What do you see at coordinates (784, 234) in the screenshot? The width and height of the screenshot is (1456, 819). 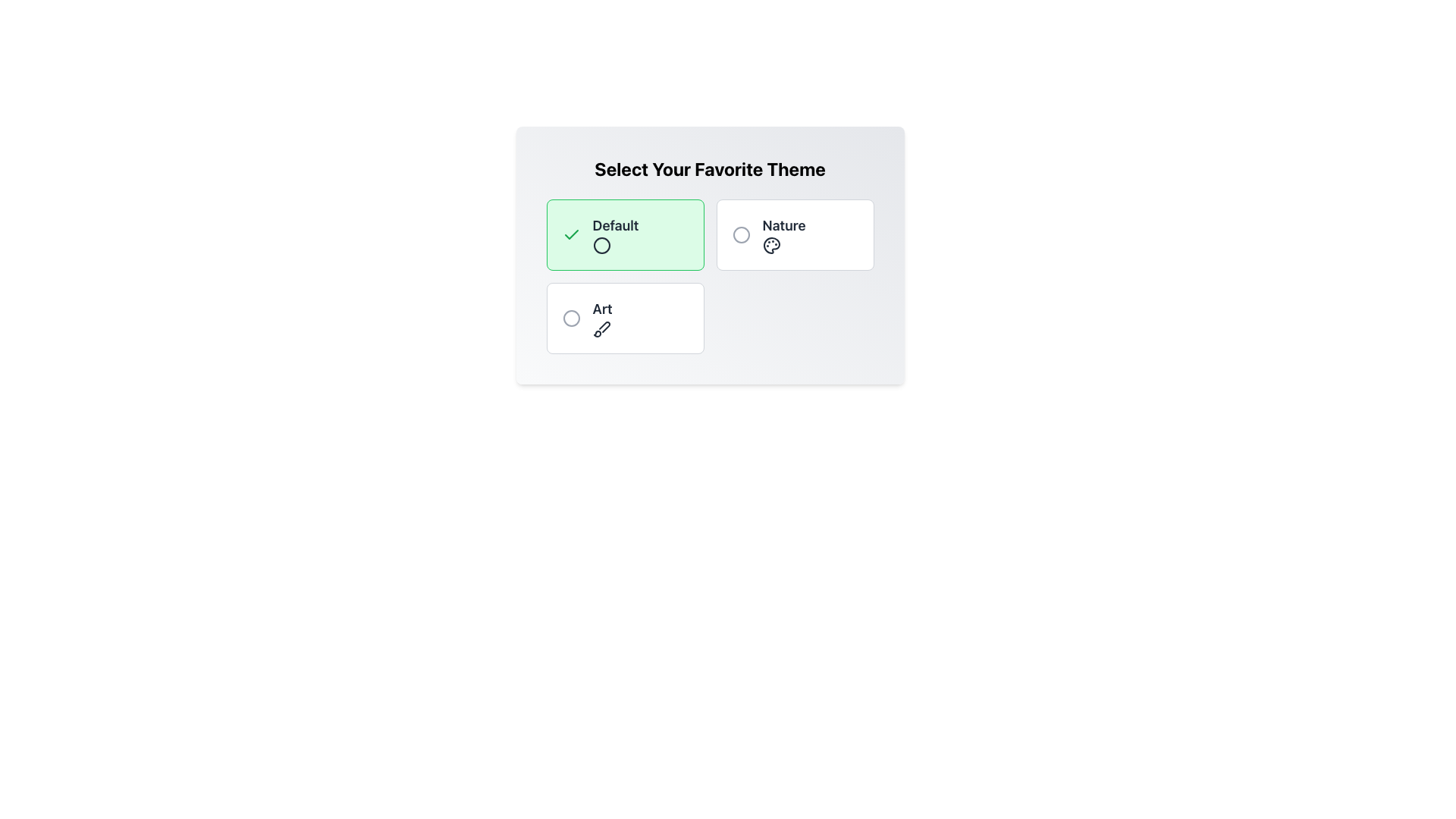 I see `the 'Nature' theme option, which is the second selectable text and icon combination in the theme choices, located in the middle-right section of the selection interface` at bounding box center [784, 234].